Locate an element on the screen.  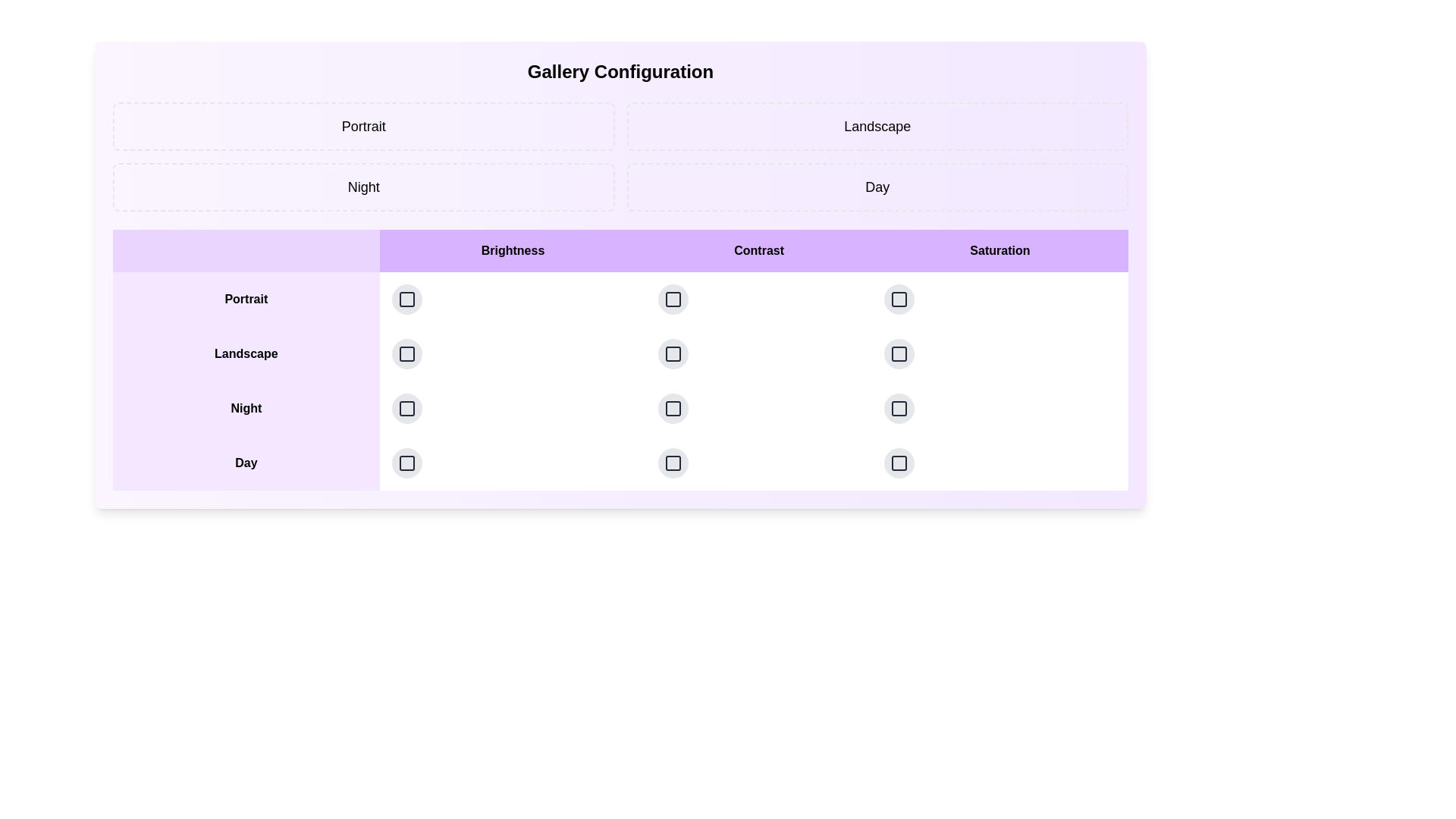
the text label displaying 'Day' in bold font, located within a light purple background in the fourth box of a horizontal arrangement, below the 'Gallery Configuration' heading is located at coordinates (877, 186).